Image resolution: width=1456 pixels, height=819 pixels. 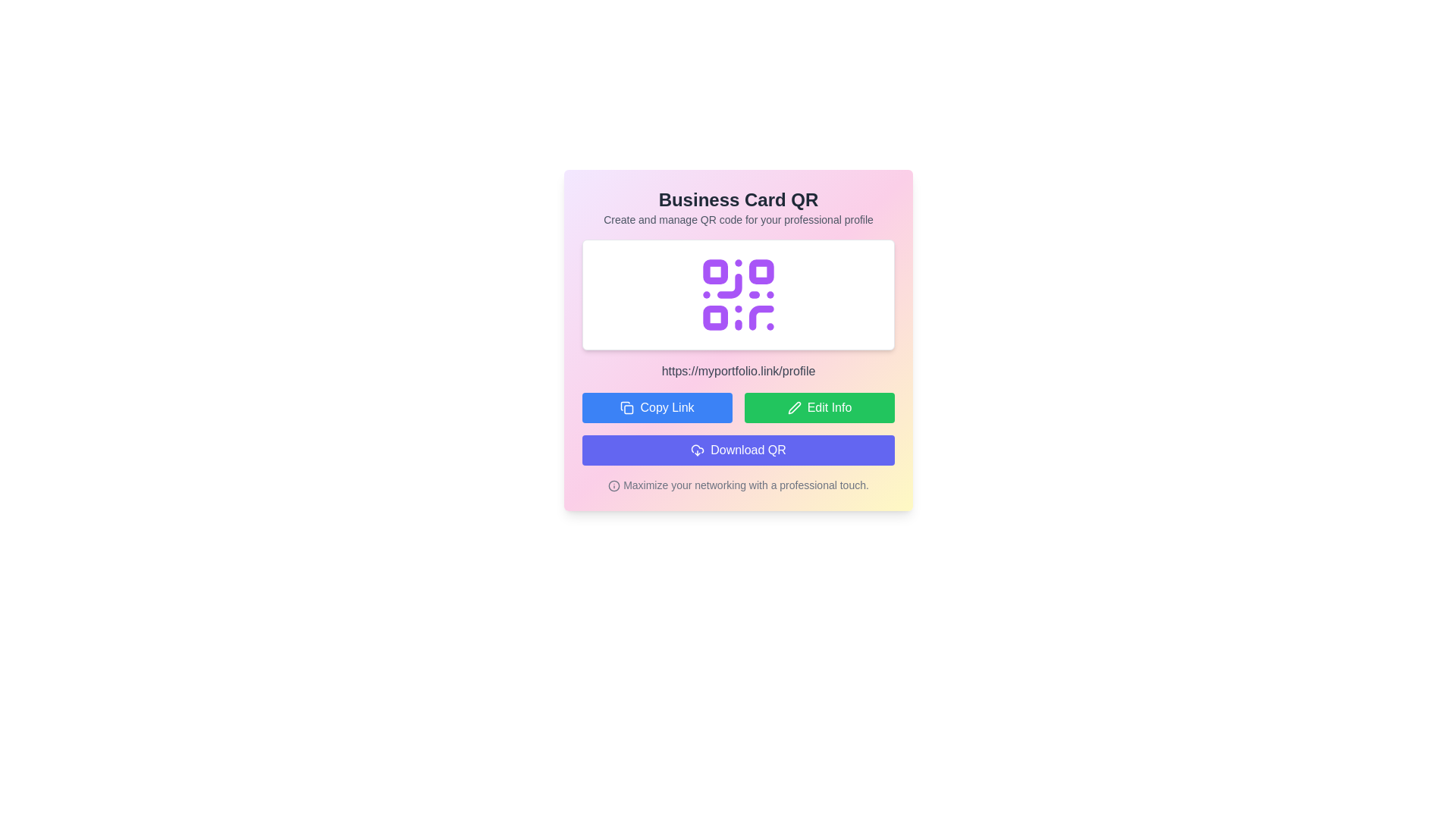 What do you see at coordinates (627, 406) in the screenshot?
I see `the small icon resembling two overlapping squares with a blue background, which is part of the 'Copy Link' button located in the middle of the interface below the QR code link` at bounding box center [627, 406].